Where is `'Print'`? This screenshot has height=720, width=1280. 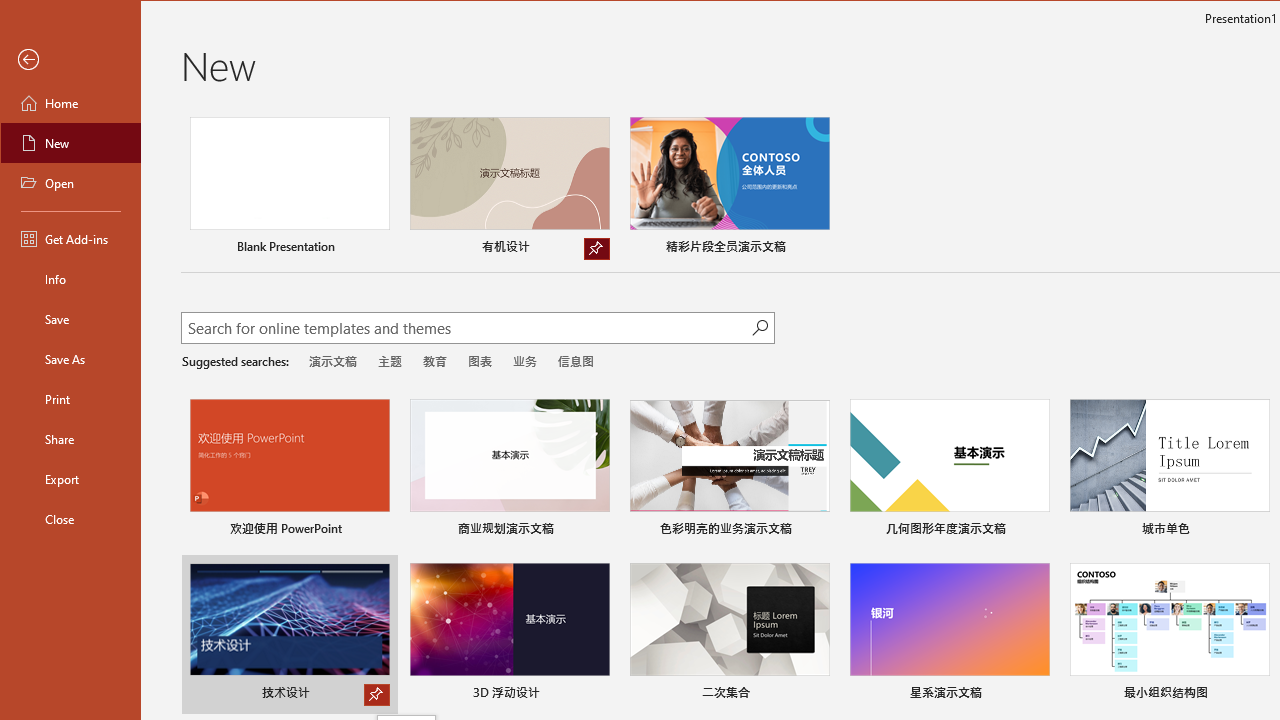 'Print' is located at coordinates (71, 398).